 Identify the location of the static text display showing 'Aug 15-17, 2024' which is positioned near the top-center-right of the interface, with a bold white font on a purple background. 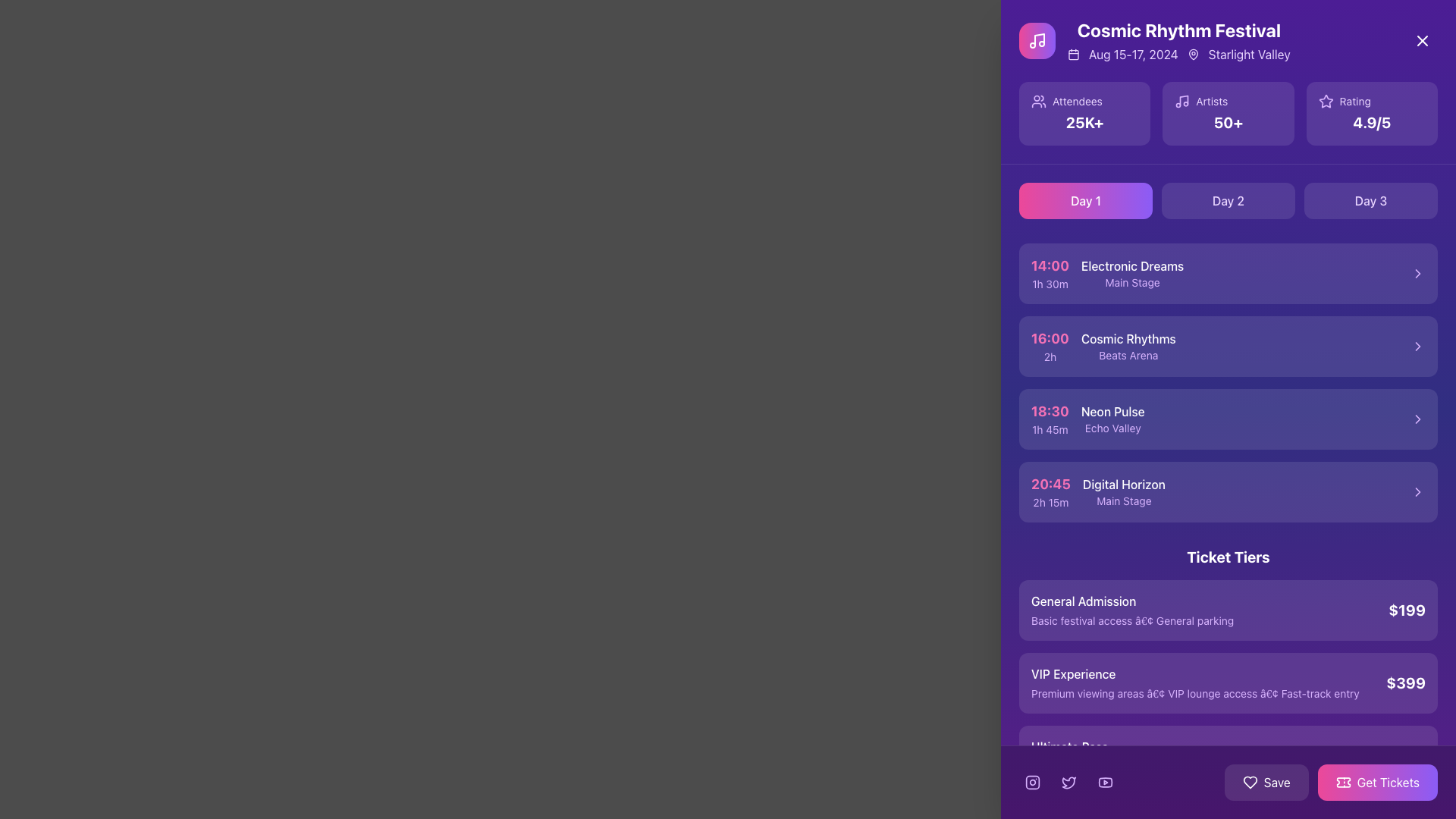
(1133, 54).